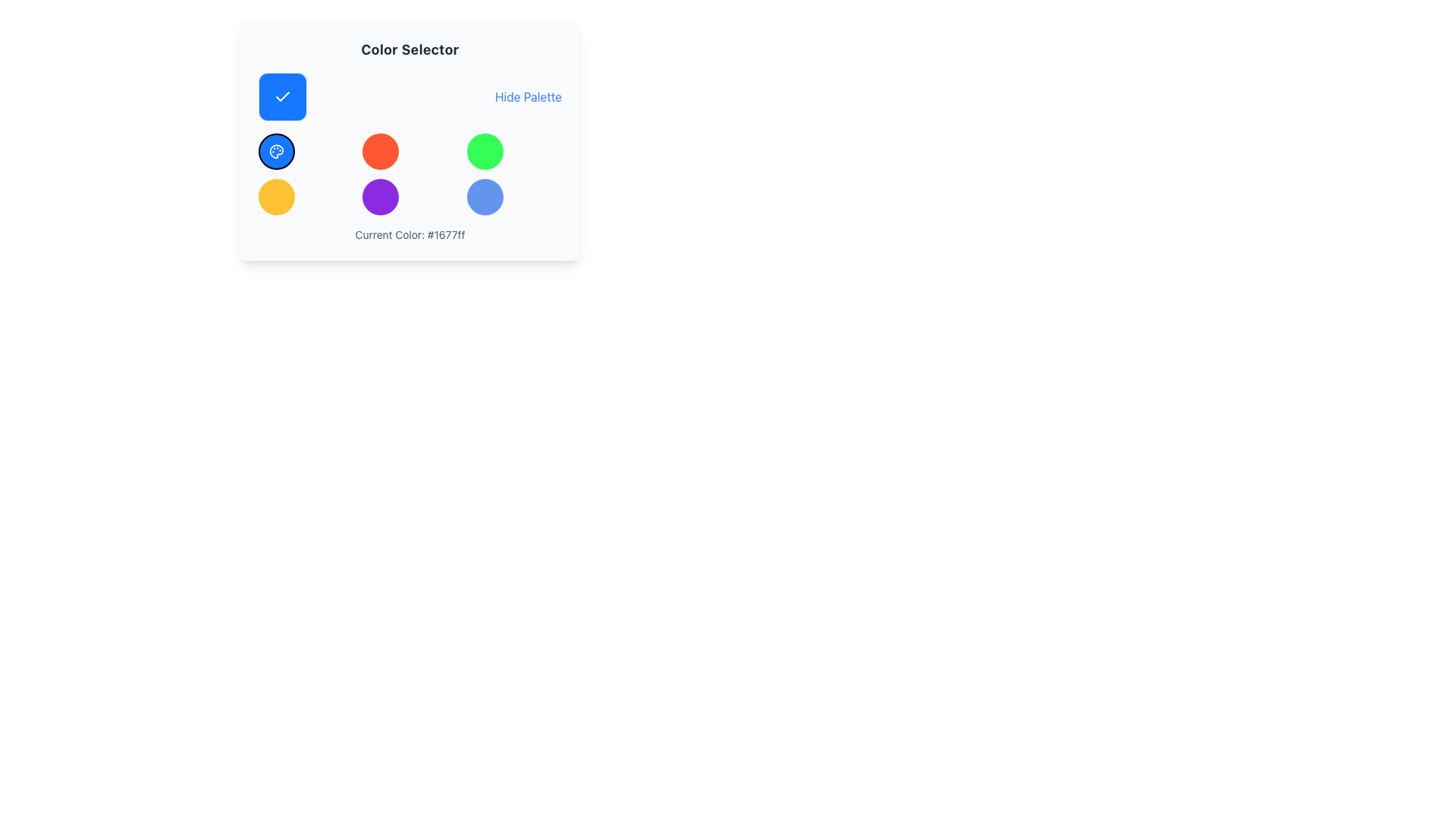 Image resolution: width=1456 pixels, height=819 pixels. Describe the element at coordinates (381, 152) in the screenshot. I see `the button in the color selection interface` at that location.